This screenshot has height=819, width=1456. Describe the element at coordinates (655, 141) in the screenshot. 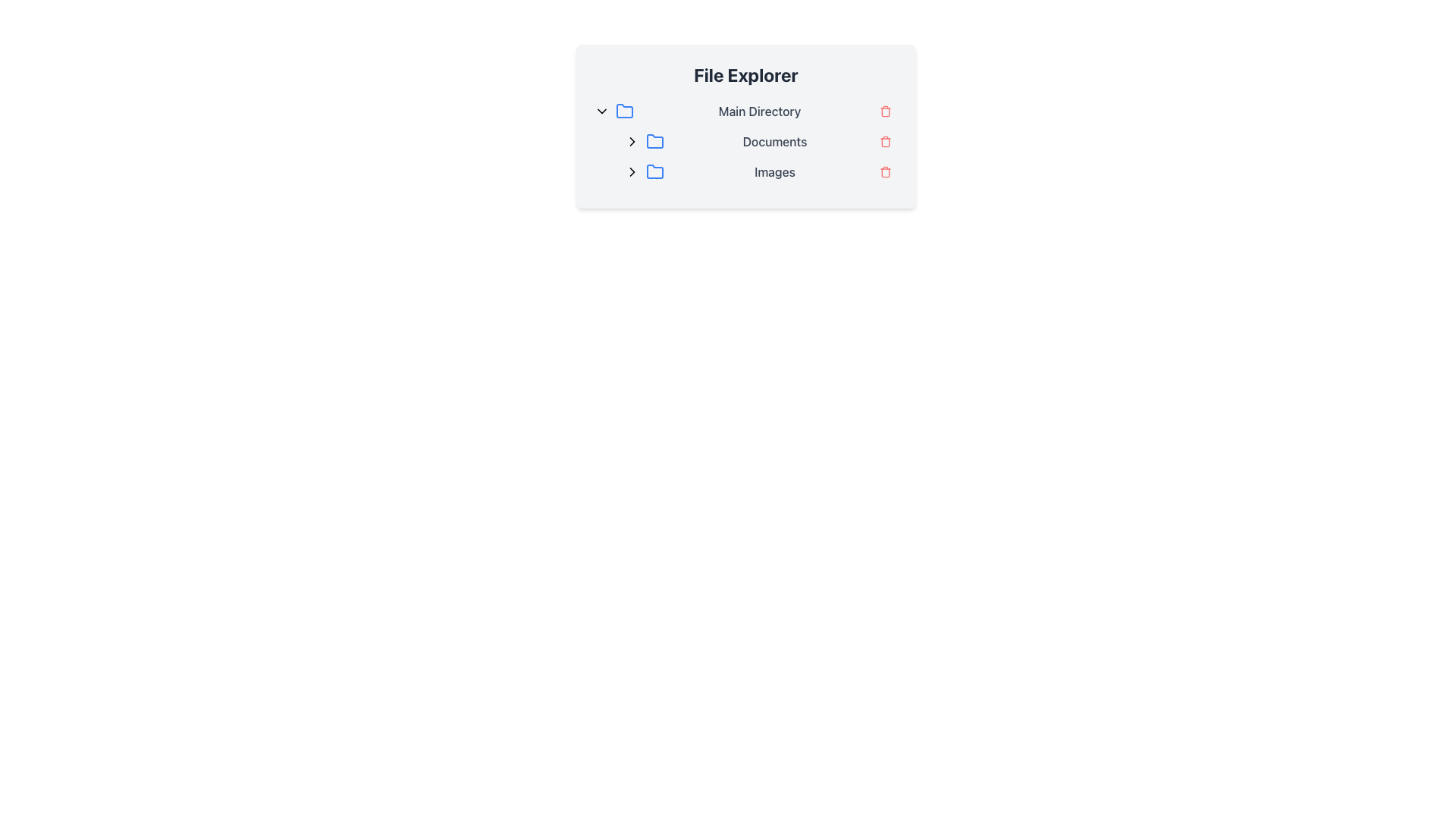

I see `the folder icon located to the left of the 'Documents' text in the file explorer UI` at that location.